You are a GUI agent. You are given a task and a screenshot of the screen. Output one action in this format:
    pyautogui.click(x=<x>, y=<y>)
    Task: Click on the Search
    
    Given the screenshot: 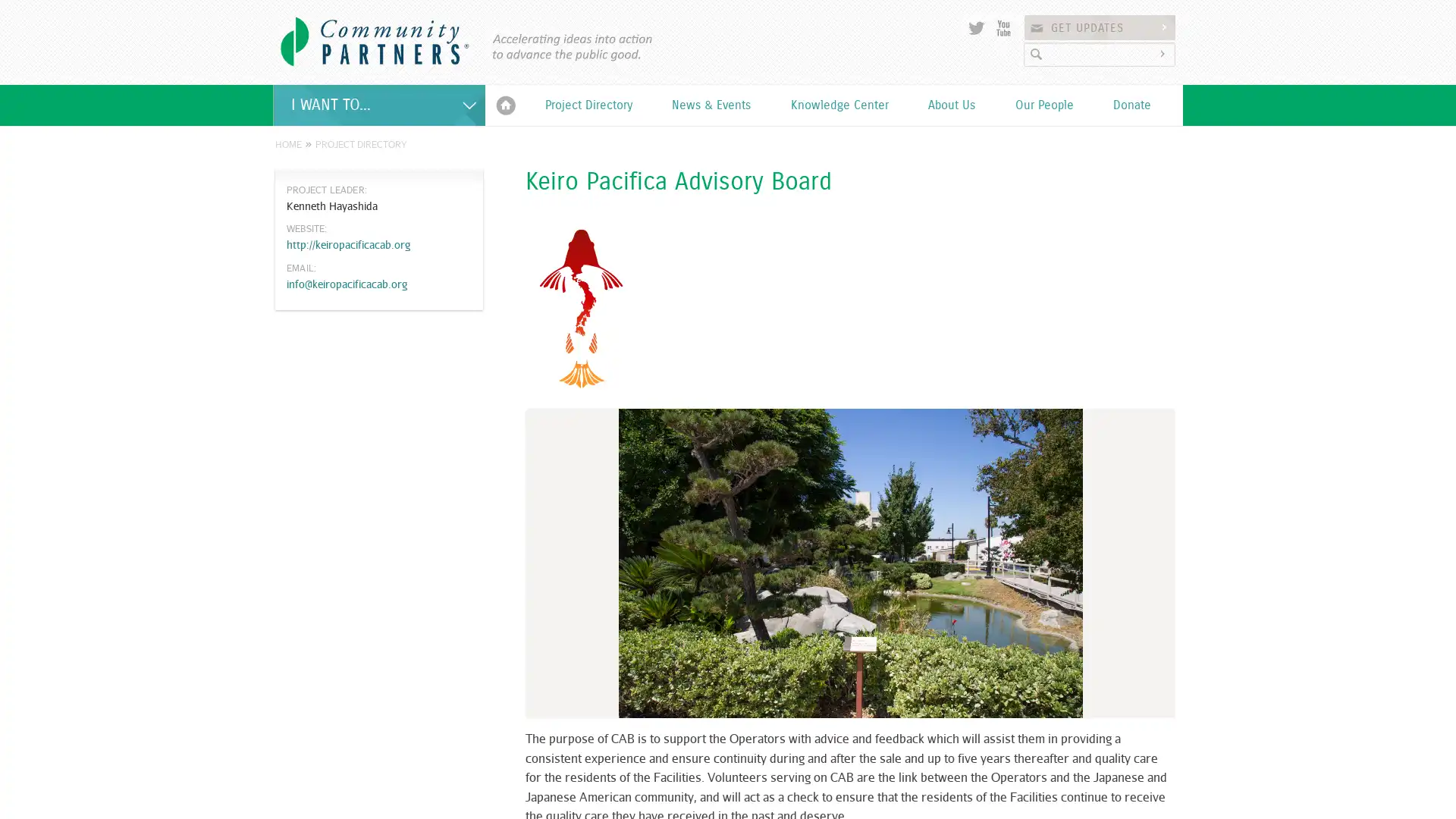 What is the action you would take?
    pyautogui.click(x=1164, y=53)
    